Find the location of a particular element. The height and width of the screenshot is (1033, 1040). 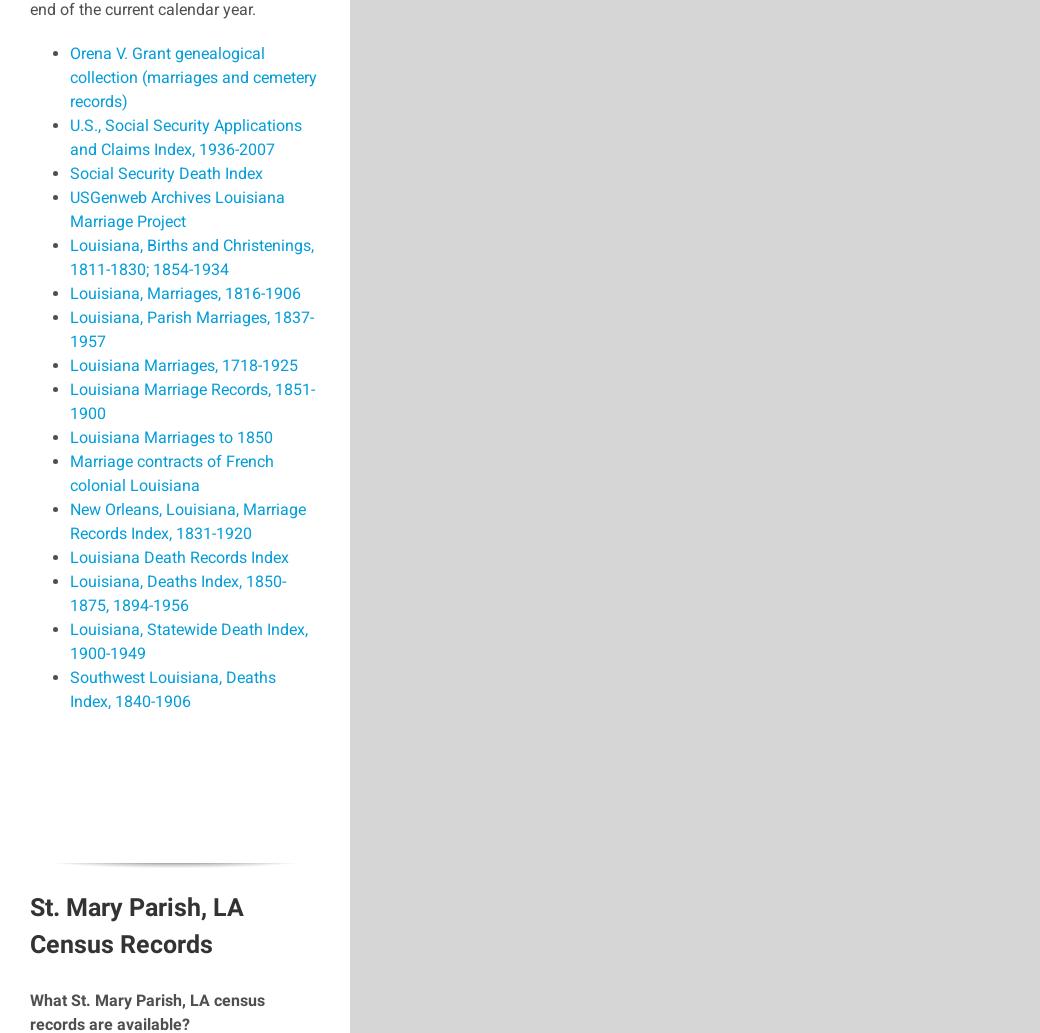

'USGenweb Archives Louisiana Marriage Project' is located at coordinates (177, 208).